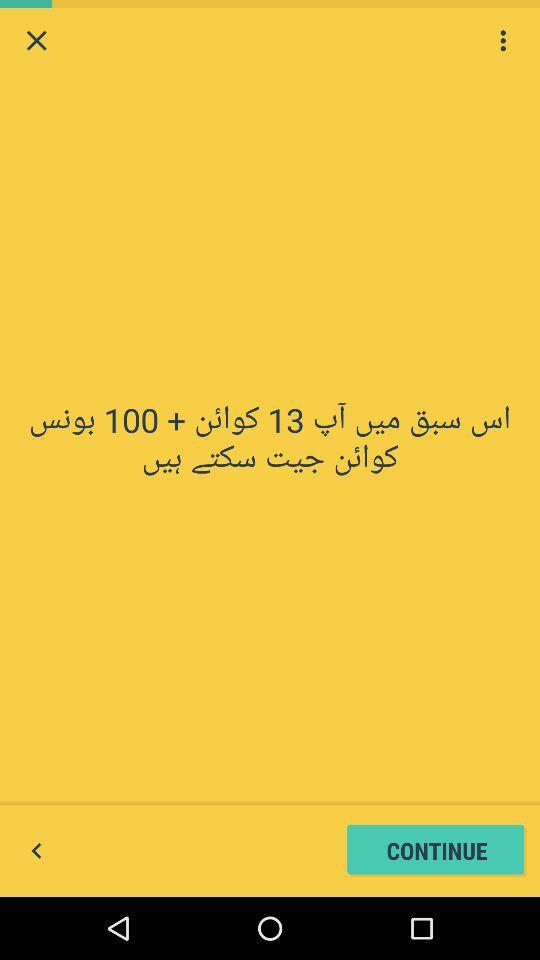 The image size is (540, 960). Describe the element at coordinates (436, 849) in the screenshot. I see `the item at the bottom right corner` at that location.